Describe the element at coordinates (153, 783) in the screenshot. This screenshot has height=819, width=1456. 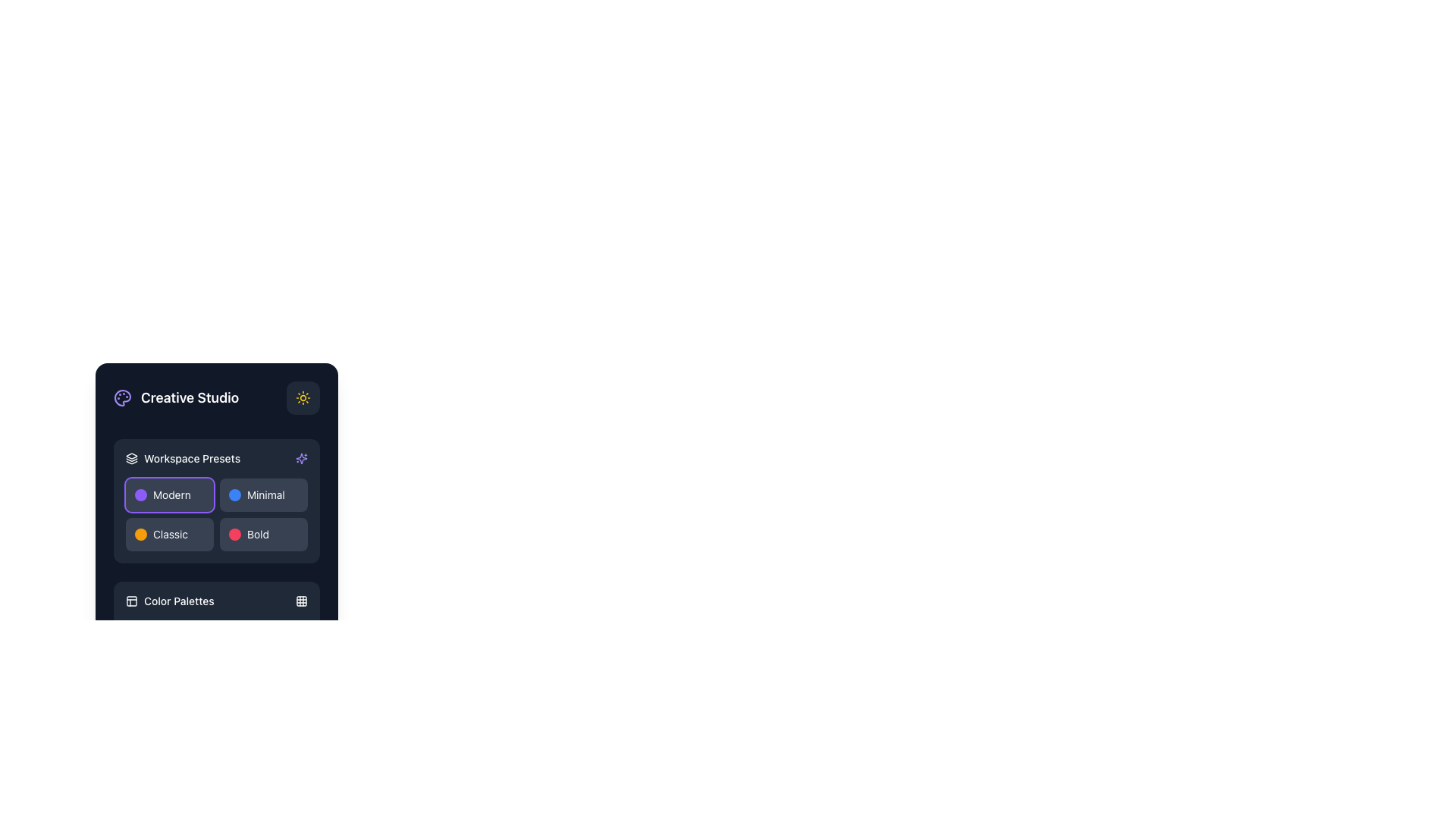
I see `the 'Opacity' label with eye icon located at the bottom of the interface, to the left of the '80%' element` at that location.